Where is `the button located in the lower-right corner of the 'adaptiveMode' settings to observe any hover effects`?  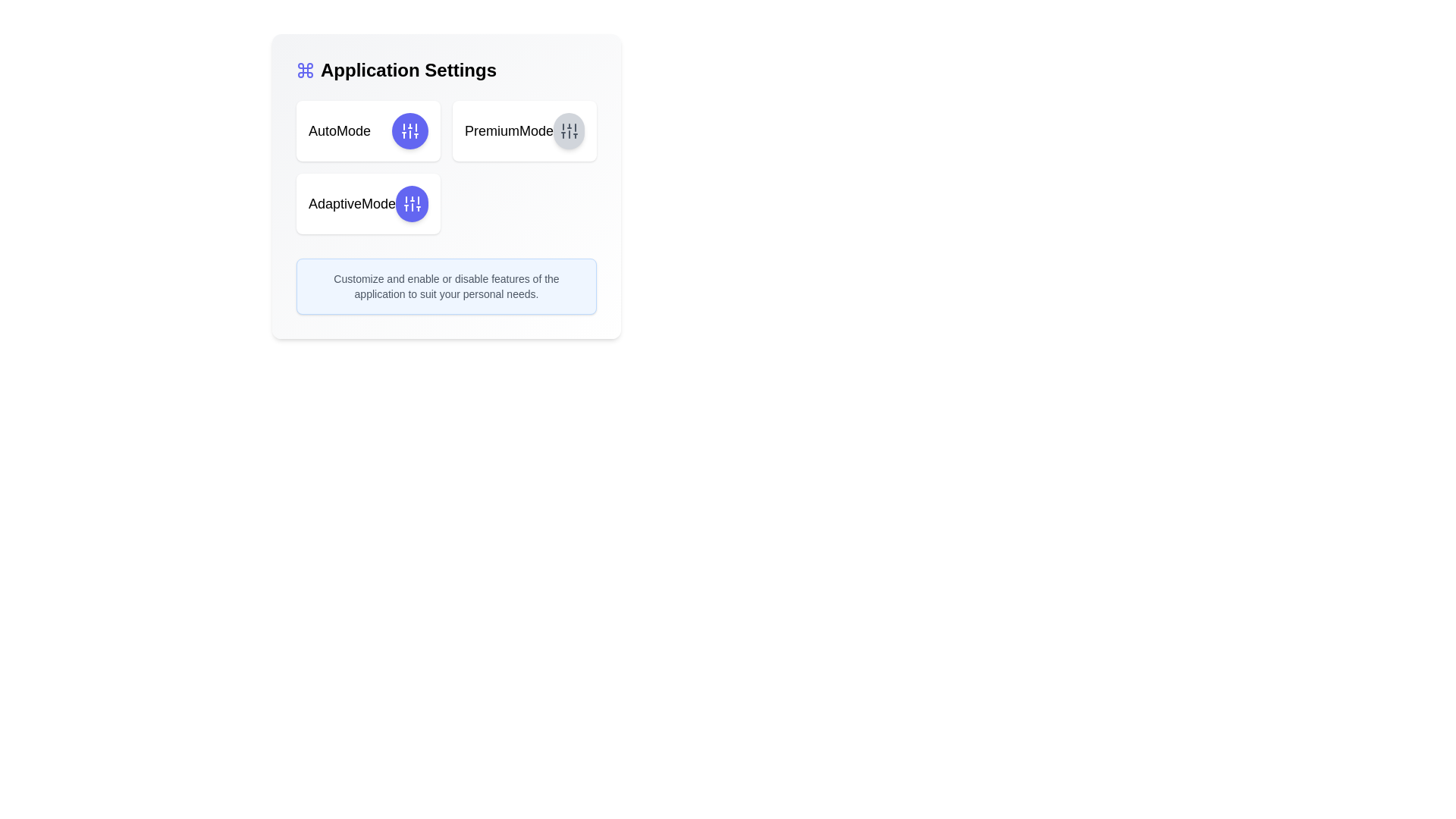 the button located in the lower-right corner of the 'adaptiveMode' settings to observe any hover effects is located at coordinates (412, 203).